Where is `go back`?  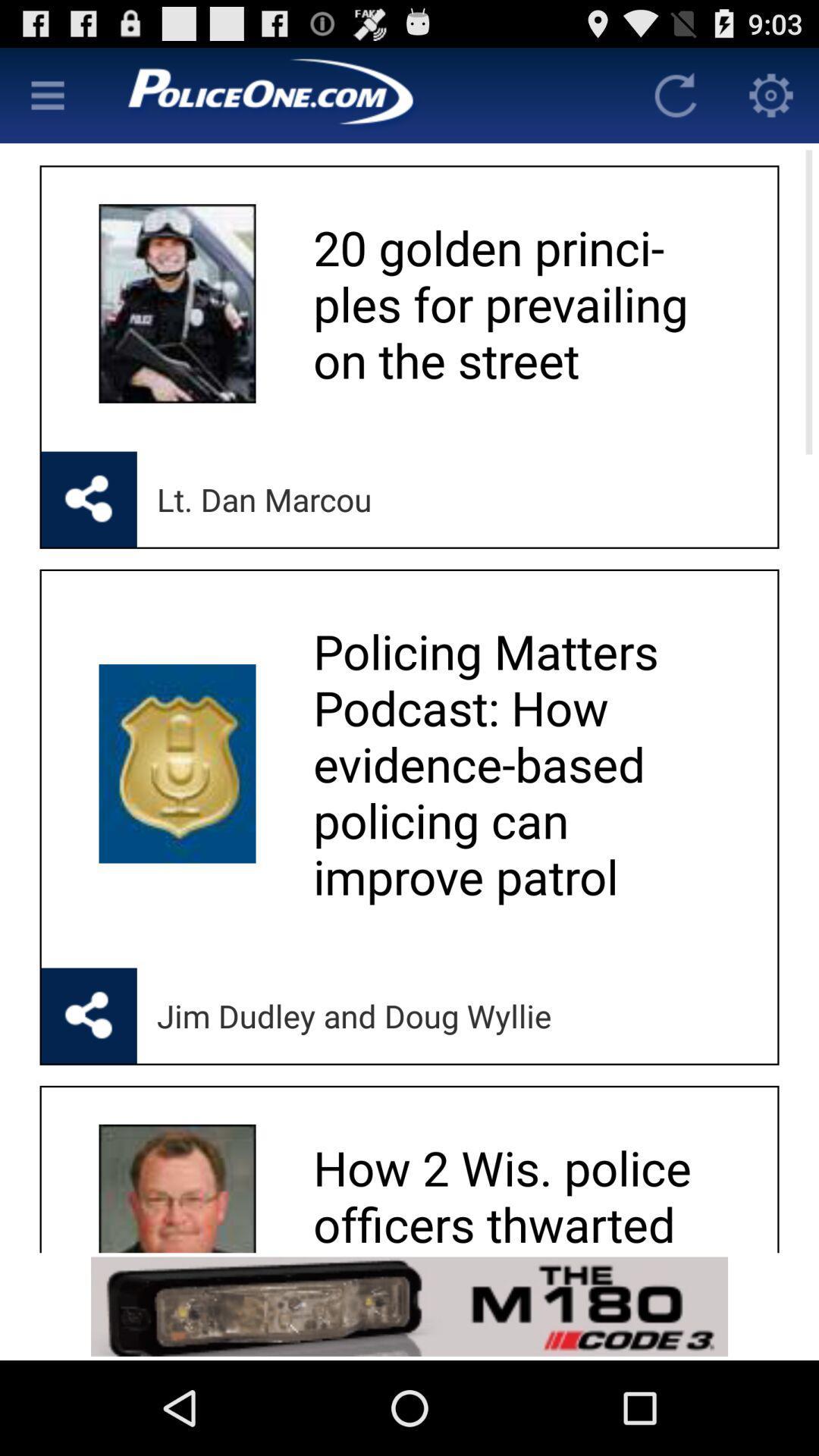
go back is located at coordinates (675, 94).